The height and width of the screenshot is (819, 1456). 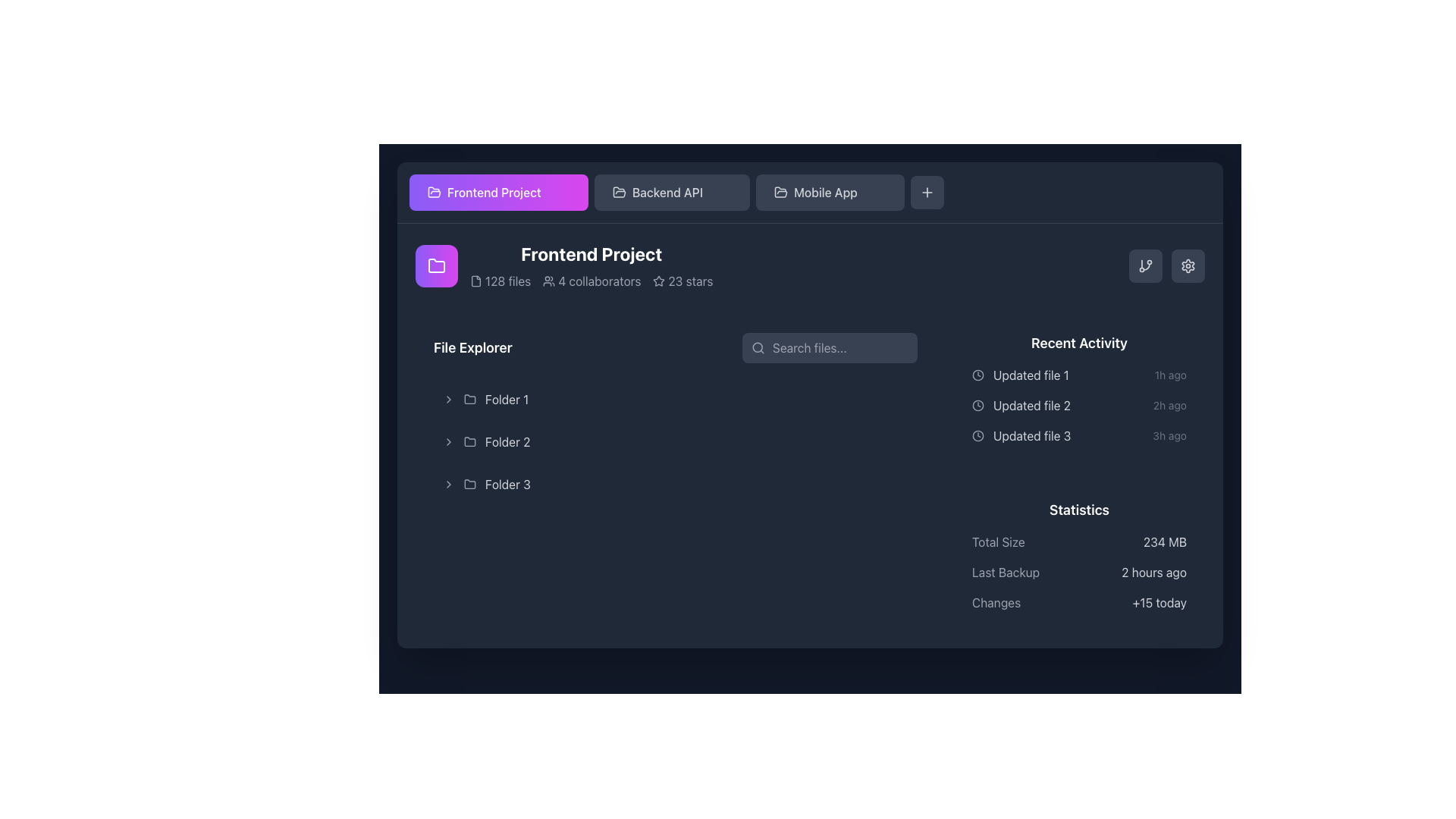 What do you see at coordinates (978, 405) in the screenshot?
I see `the circular outline of the clock icon, which is part of the recent activities section of the interface` at bounding box center [978, 405].